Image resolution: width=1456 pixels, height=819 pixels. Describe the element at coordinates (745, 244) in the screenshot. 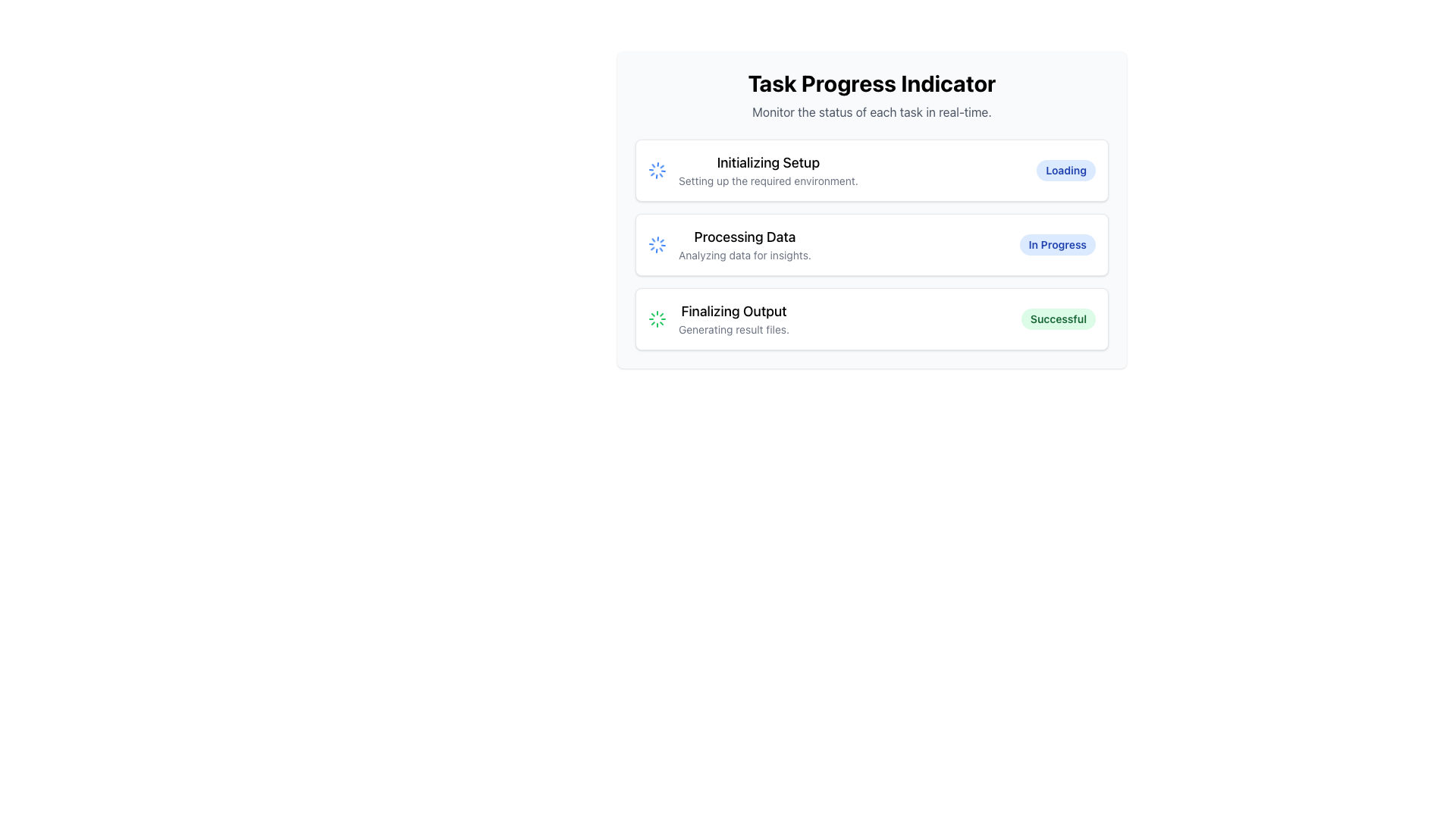

I see `the status indicator displaying 'Processing Data' with a description stating 'Analyzing data for insights', located in the Task Progress Indicator section` at that location.